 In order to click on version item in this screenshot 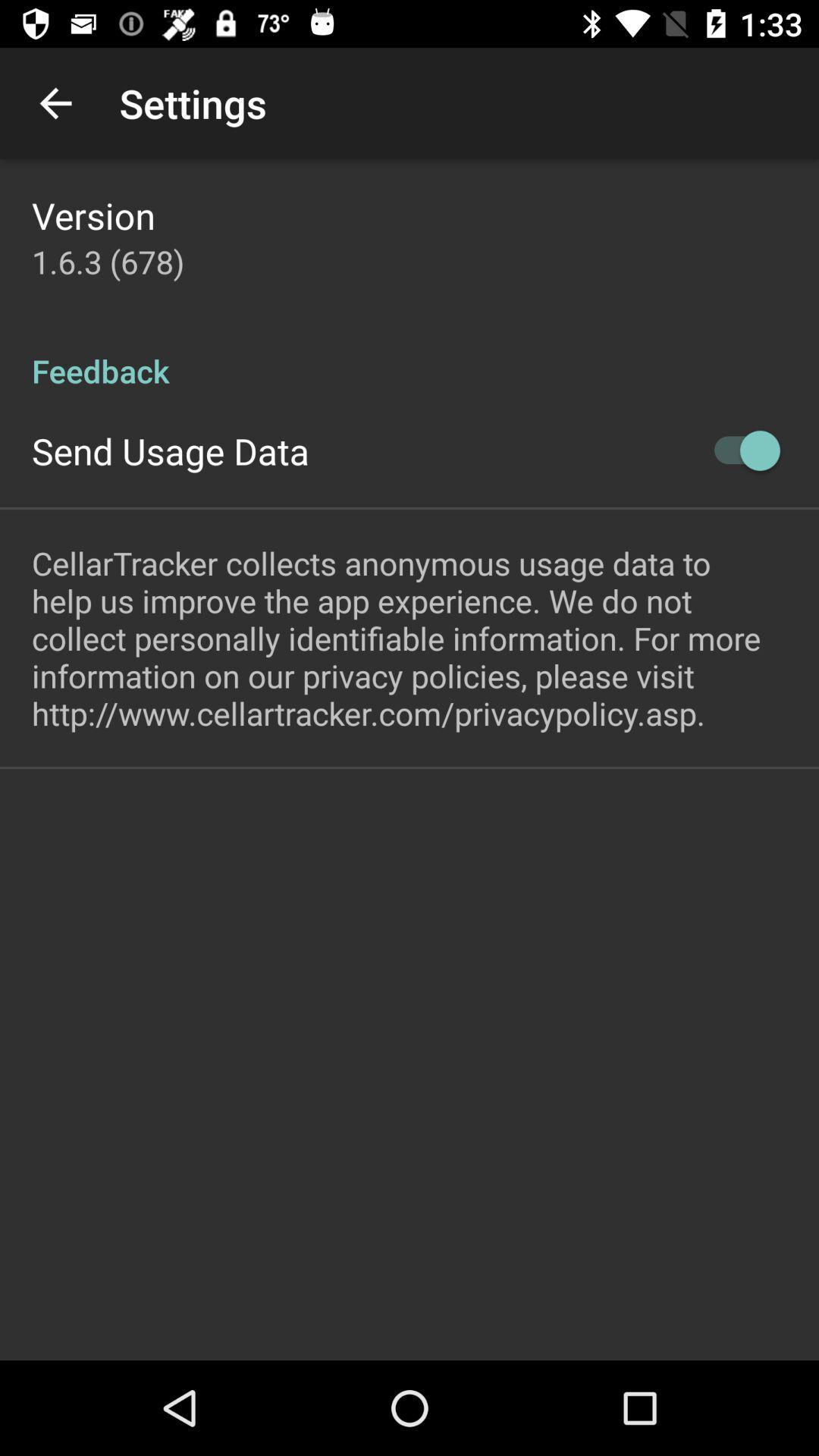, I will do `click(93, 215)`.